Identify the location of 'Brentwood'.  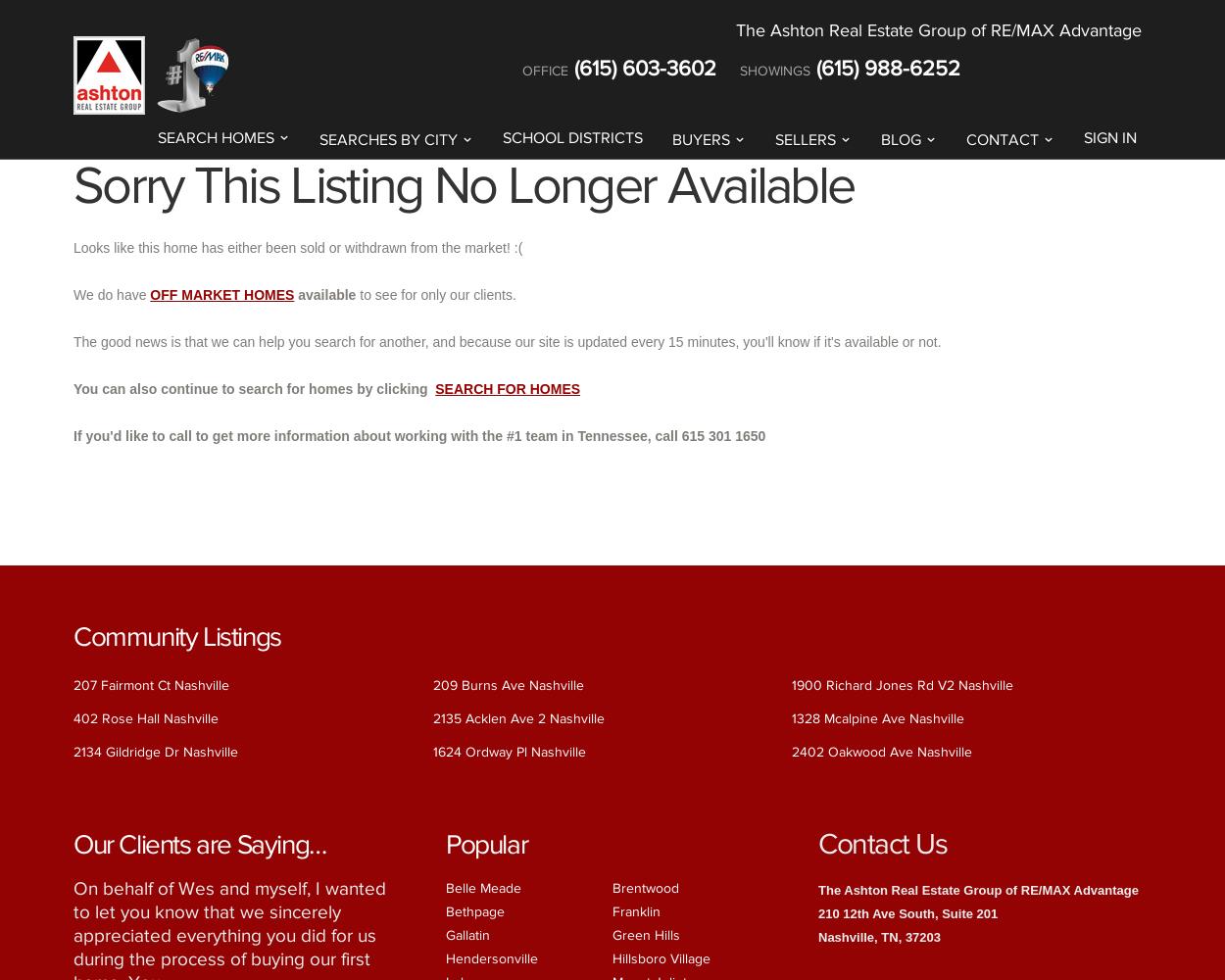
(612, 887).